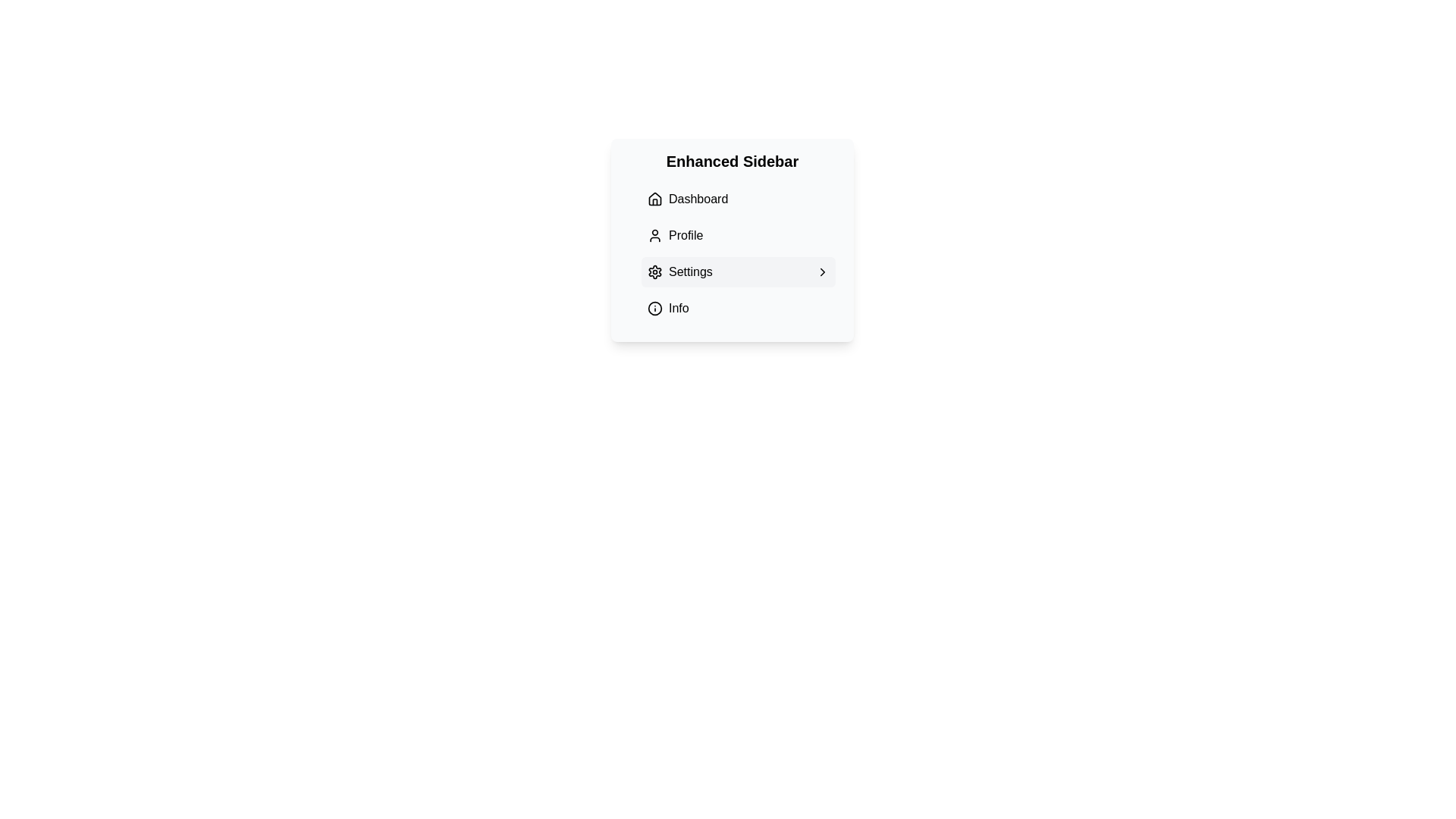  Describe the element at coordinates (739, 198) in the screenshot. I see `the 'Dashboard' navigational button in the sidebar menu` at that location.